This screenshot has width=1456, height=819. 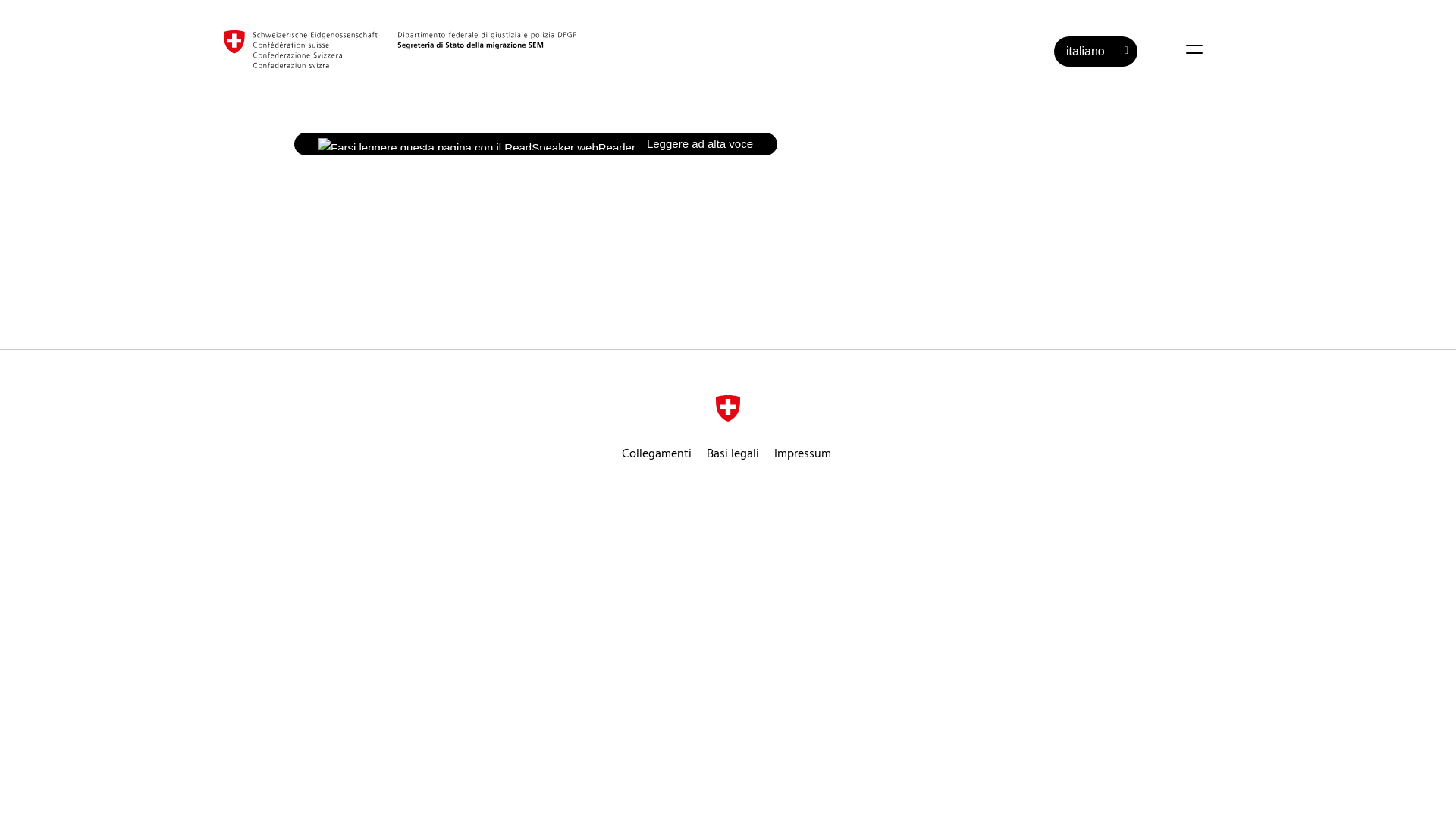 What do you see at coordinates (803, 453) in the screenshot?
I see `'Impressum '` at bounding box center [803, 453].